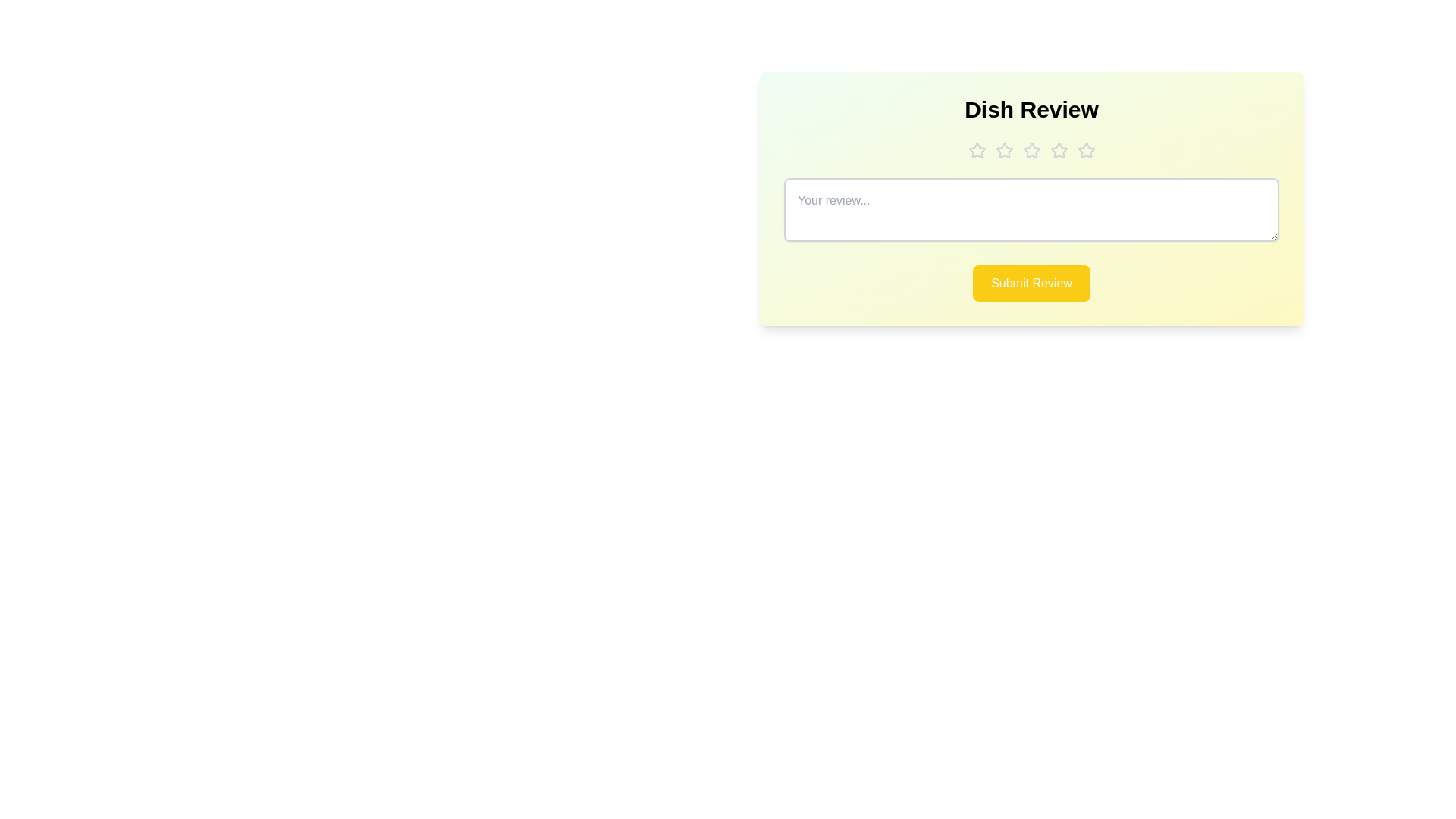 This screenshot has width=1456, height=819. What do you see at coordinates (1004, 151) in the screenshot?
I see `the dish rating to 2 stars by clicking on the corresponding star` at bounding box center [1004, 151].